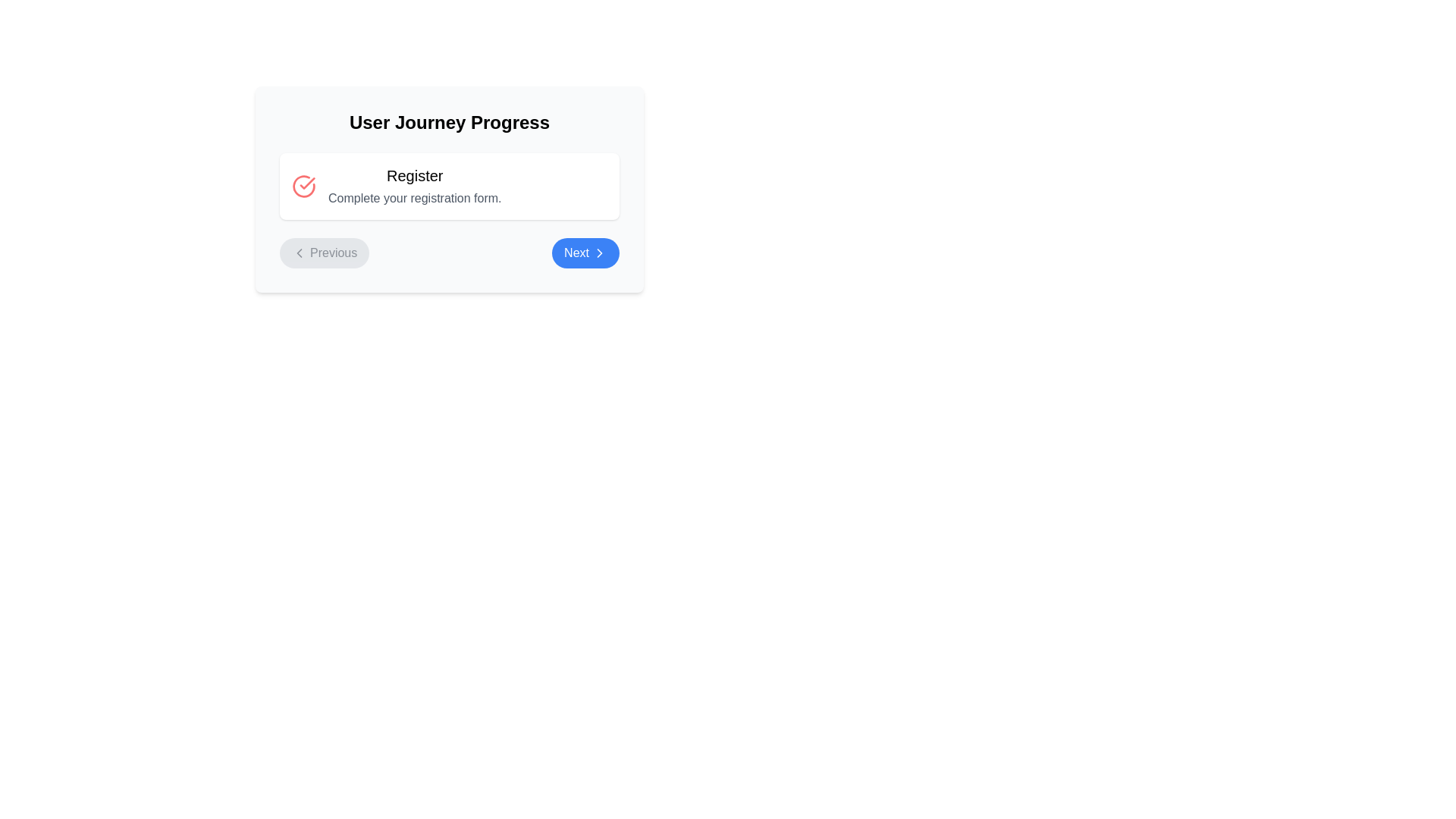  What do you see at coordinates (299, 253) in the screenshot?
I see `the backward navigation arrow icon located inside the 'Previous' button, to the left of the text label 'Previous'` at bounding box center [299, 253].